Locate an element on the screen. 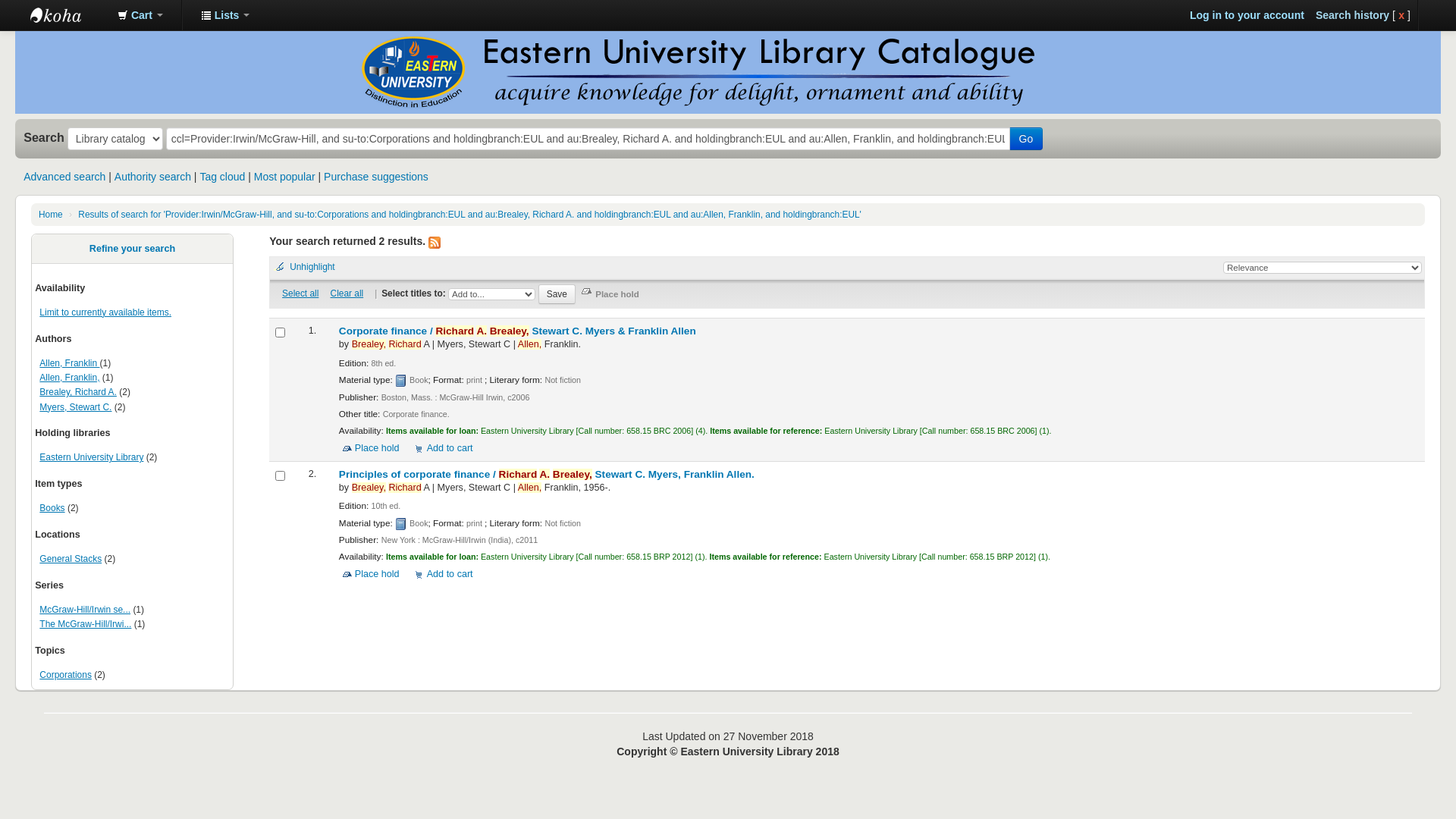 Image resolution: width=1456 pixels, height=819 pixels. 'Search history' is located at coordinates (1314, 14).